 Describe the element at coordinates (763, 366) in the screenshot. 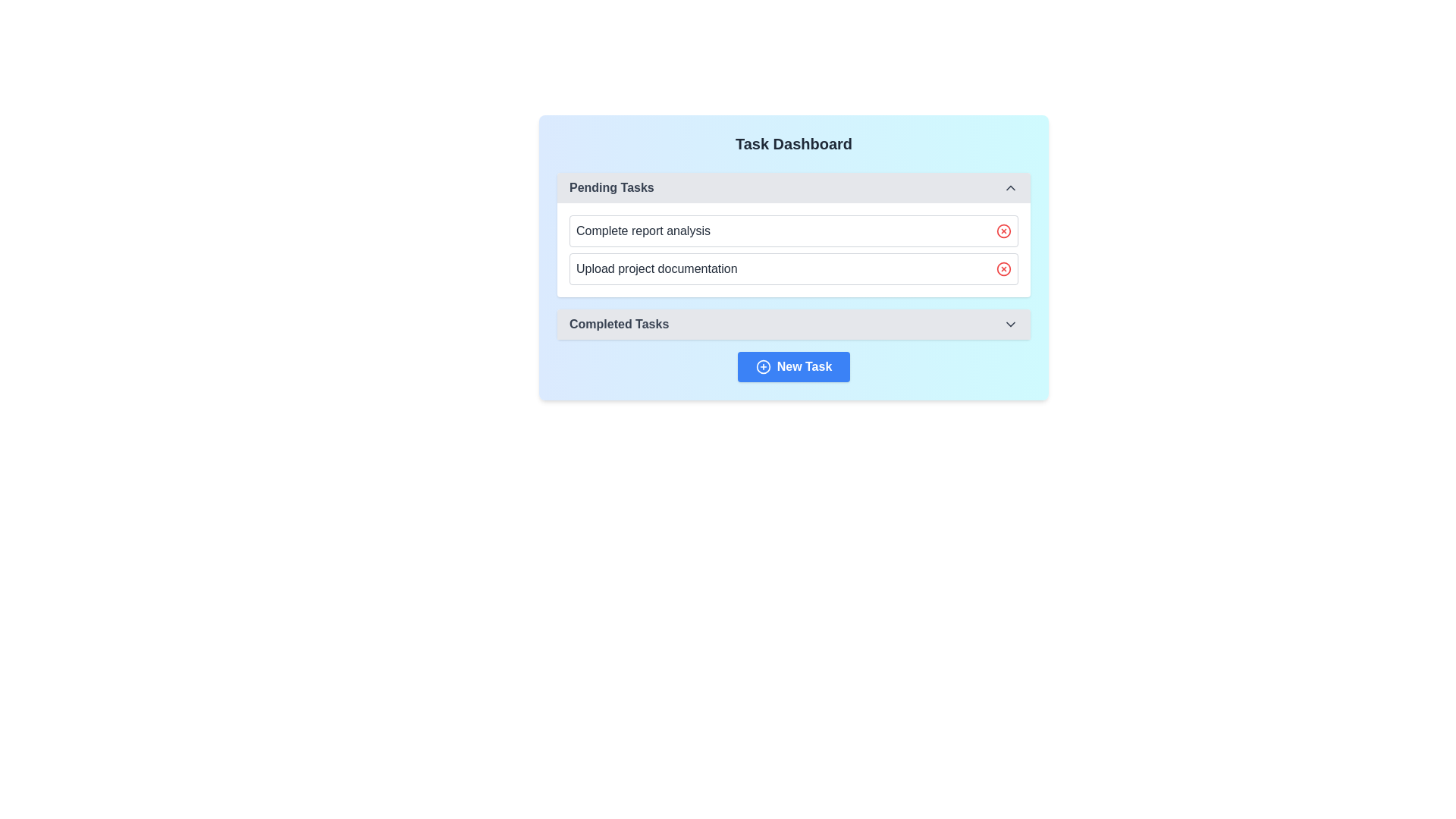

I see `the circular icon that serves as the enclosing shape for the '+' symbol within the 'New Task' button, located near the center bottom of the interface` at that location.